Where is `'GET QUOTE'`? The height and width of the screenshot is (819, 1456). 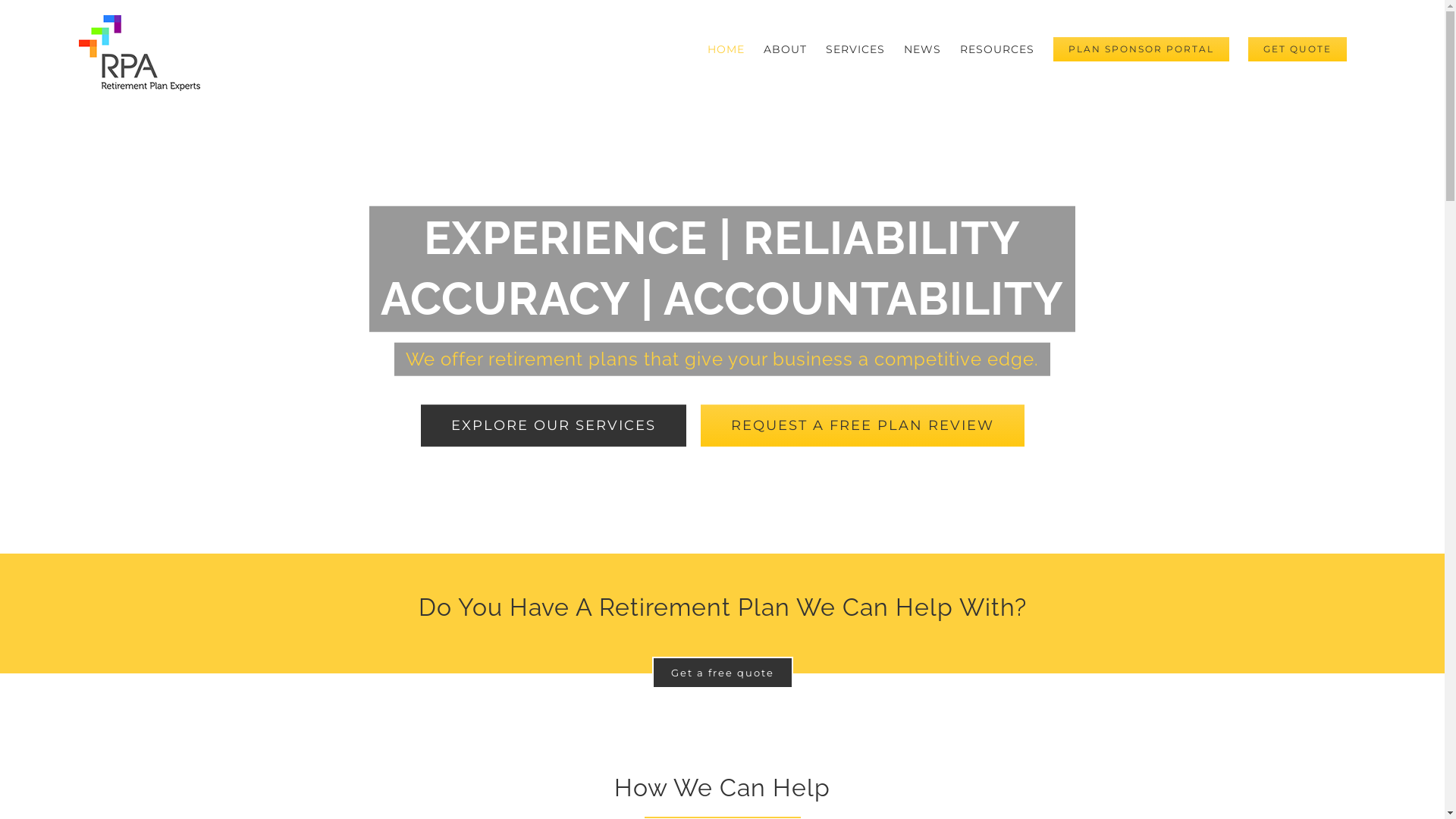
'GET QUOTE' is located at coordinates (1296, 49).